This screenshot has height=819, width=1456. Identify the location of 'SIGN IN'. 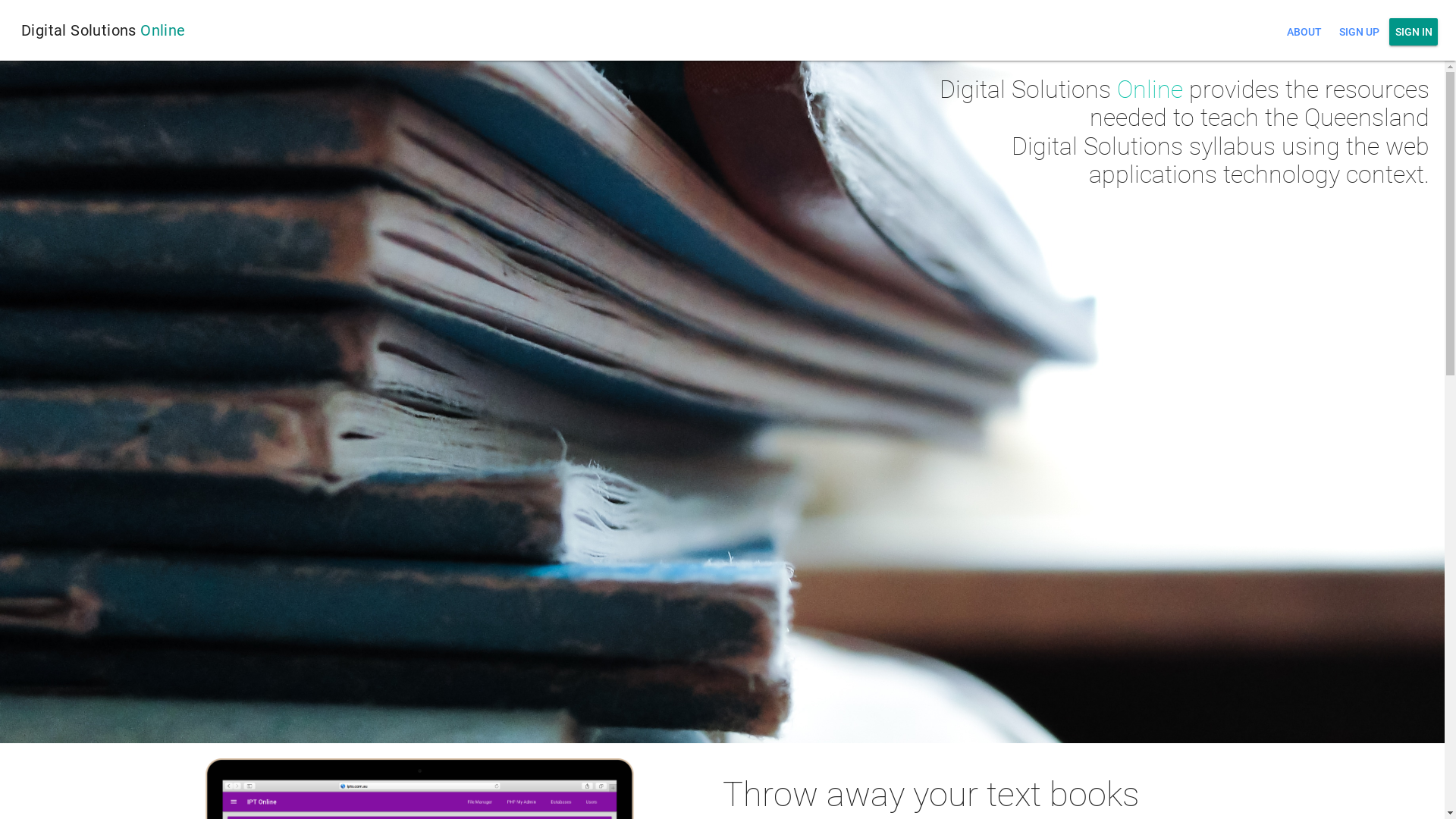
(1389, 32).